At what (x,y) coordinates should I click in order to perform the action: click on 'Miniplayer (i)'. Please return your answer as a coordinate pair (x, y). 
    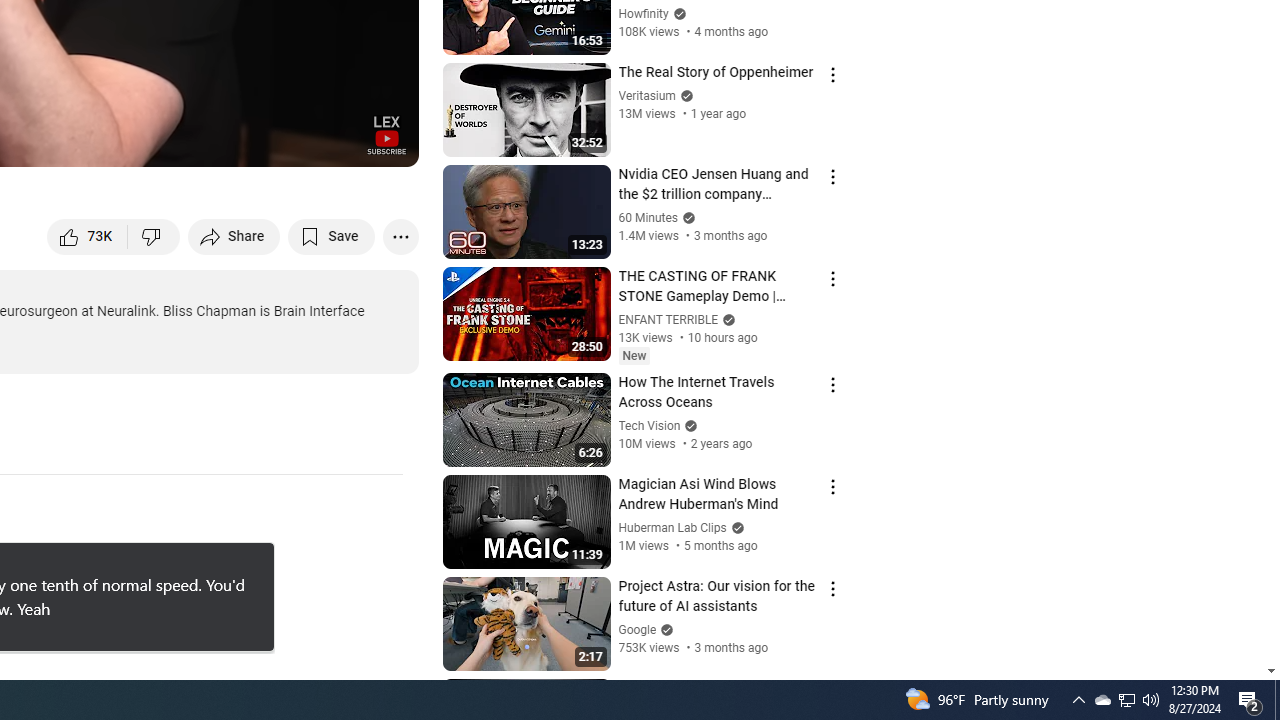
    Looking at the image, I should click on (285, 141).